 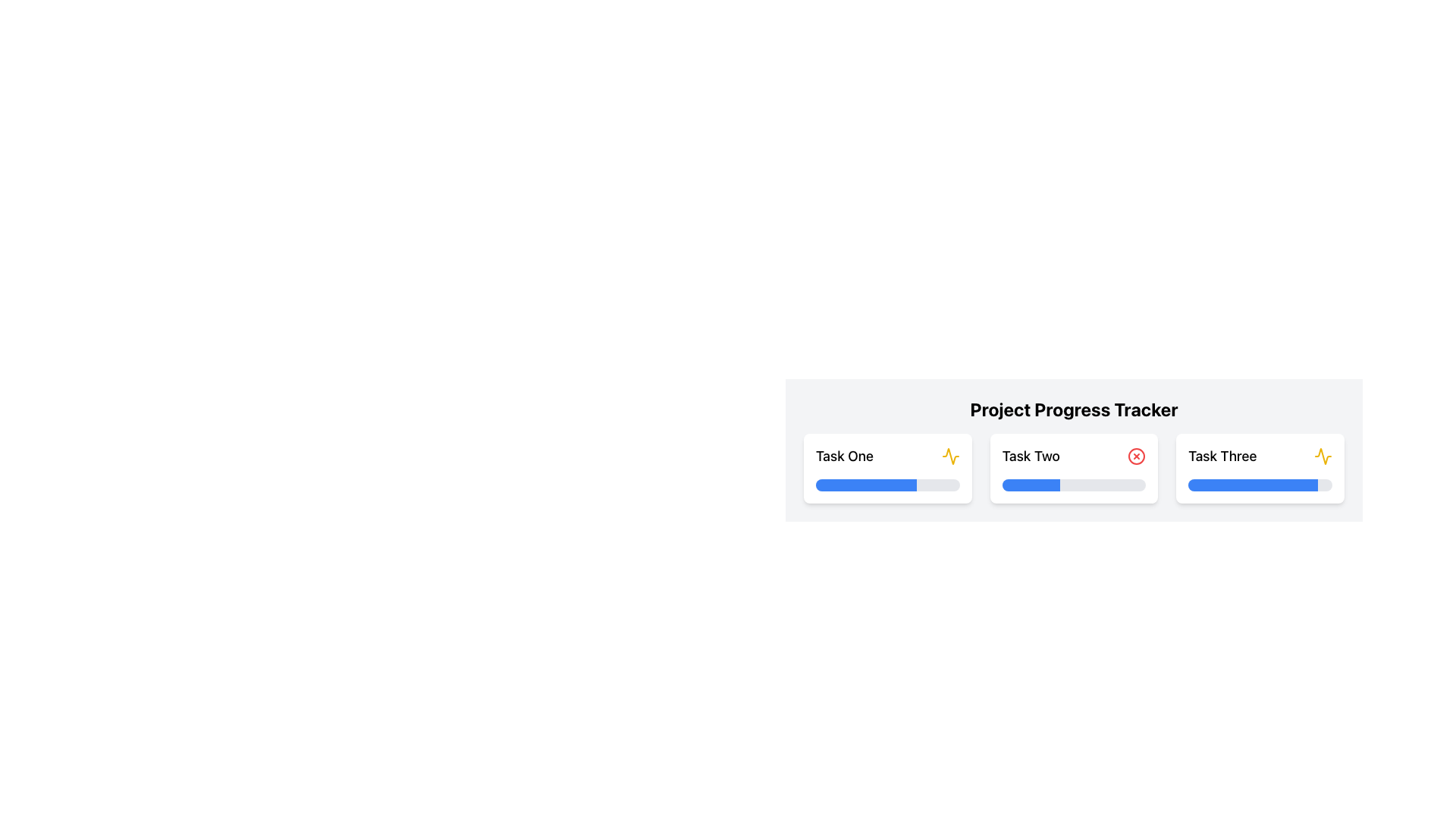 What do you see at coordinates (866, 485) in the screenshot?
I see `the blue progress bar indicating 70% completion under the 'Task One' section of the 'Project Progress Tracker'` at bounding box center [866, 485].